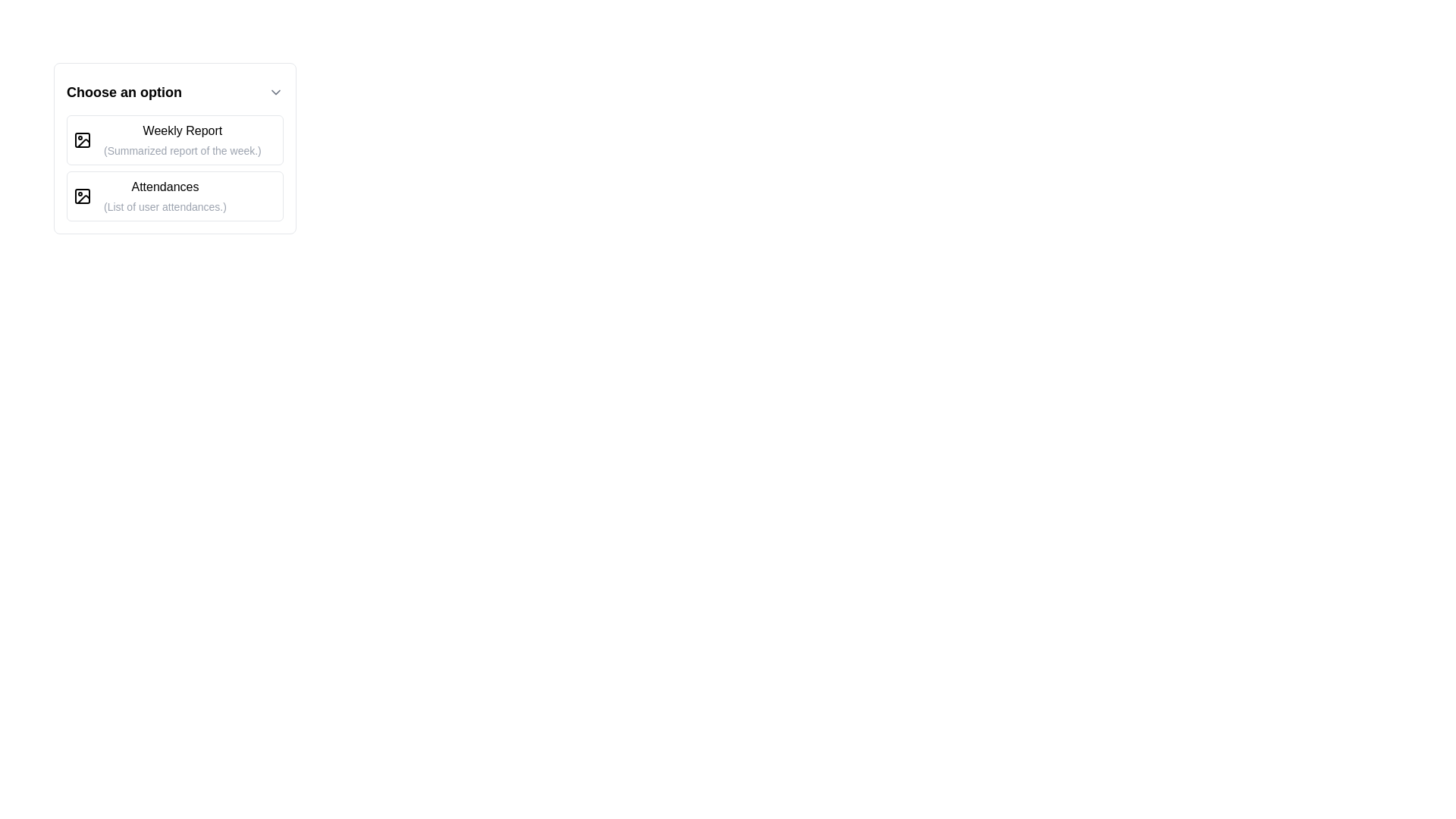  I want to click on the text label containing the content '(Summarized report of the week.)', which is styled in light gray and positioned below the 'Weekly Report' title, so click(182, 151).